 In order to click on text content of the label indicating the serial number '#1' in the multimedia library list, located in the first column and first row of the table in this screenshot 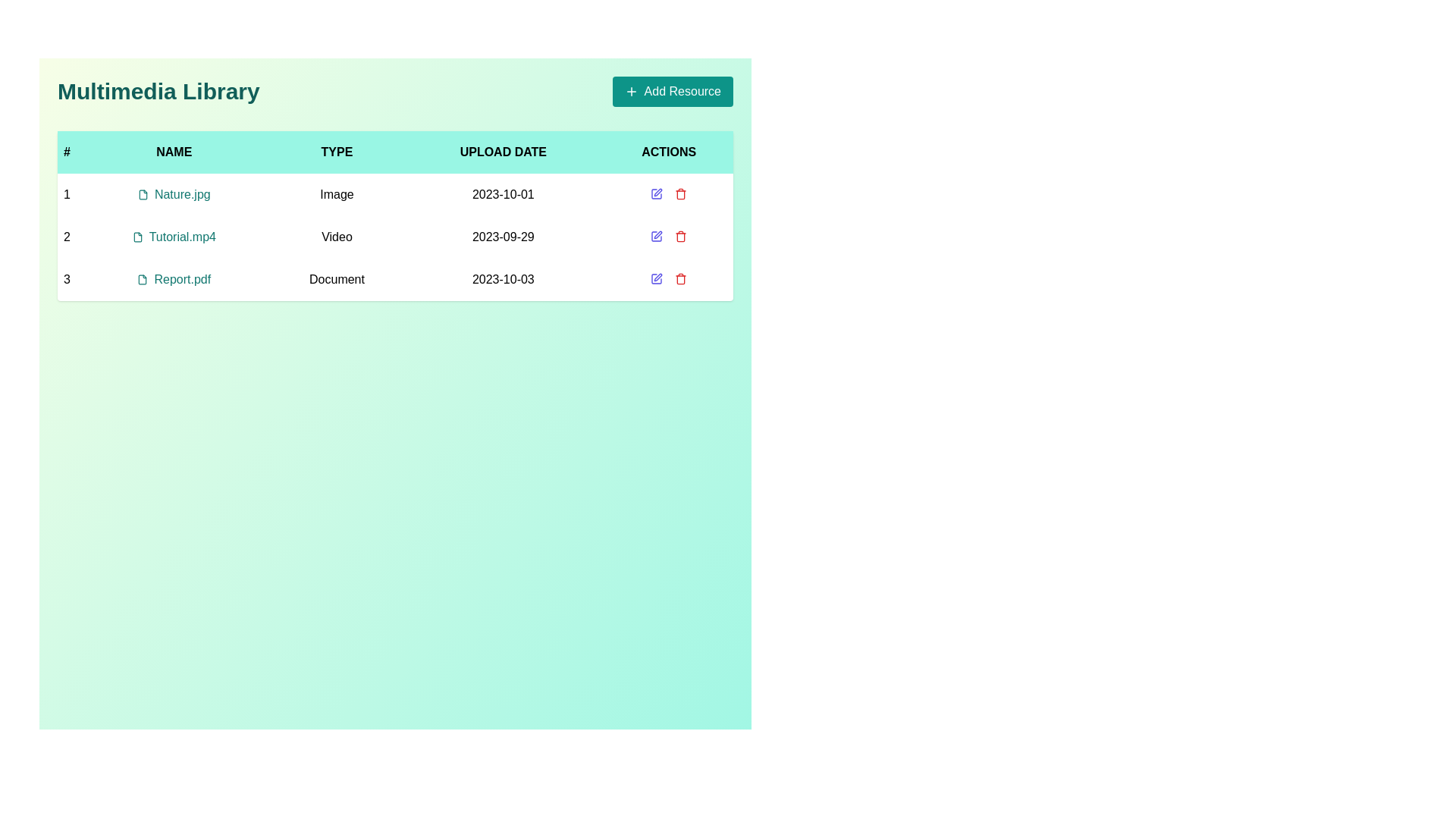, I will do `click(66, 194)`.